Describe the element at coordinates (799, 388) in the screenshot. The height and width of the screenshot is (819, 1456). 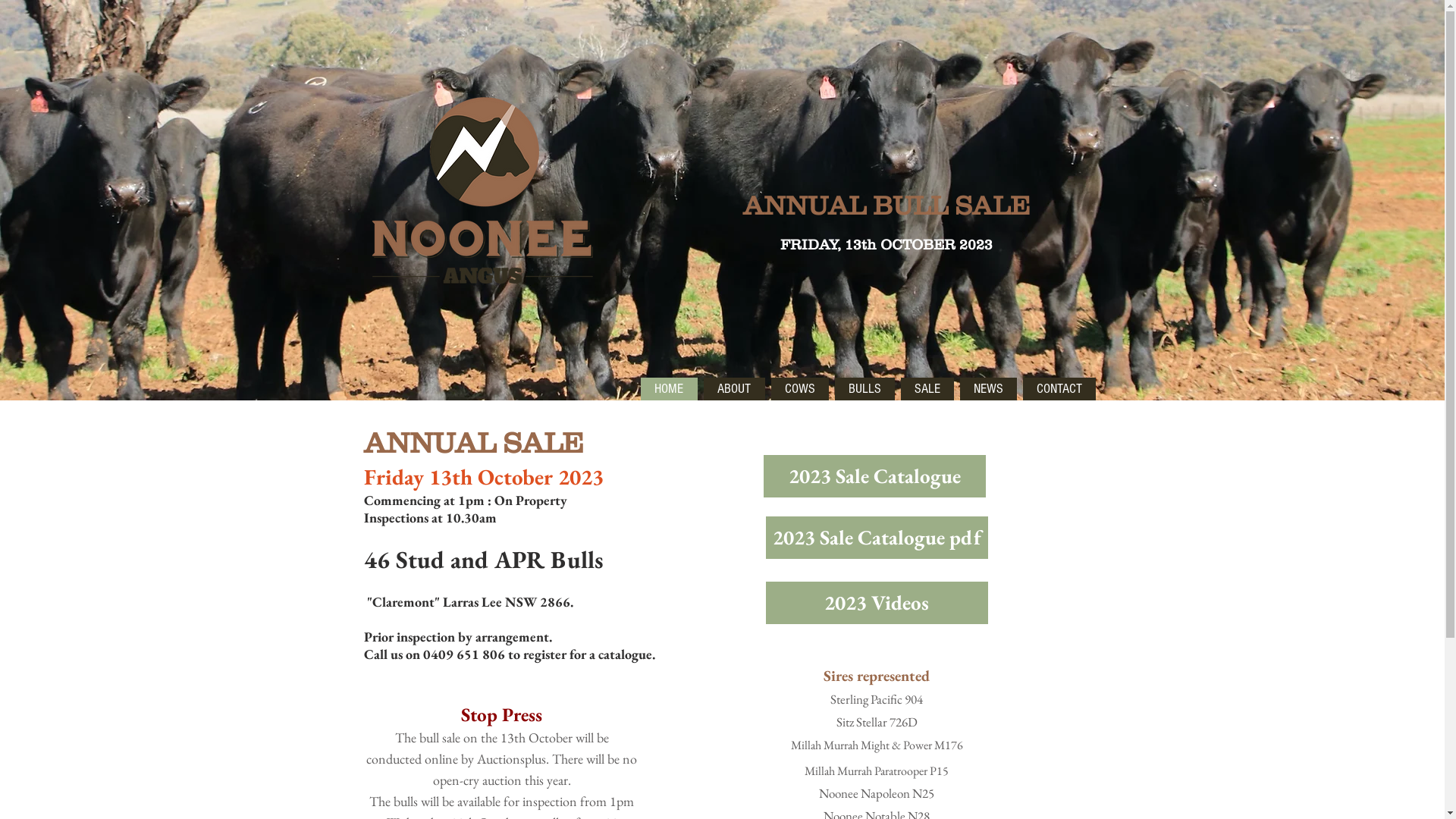
I see `'COWS'` at that location.